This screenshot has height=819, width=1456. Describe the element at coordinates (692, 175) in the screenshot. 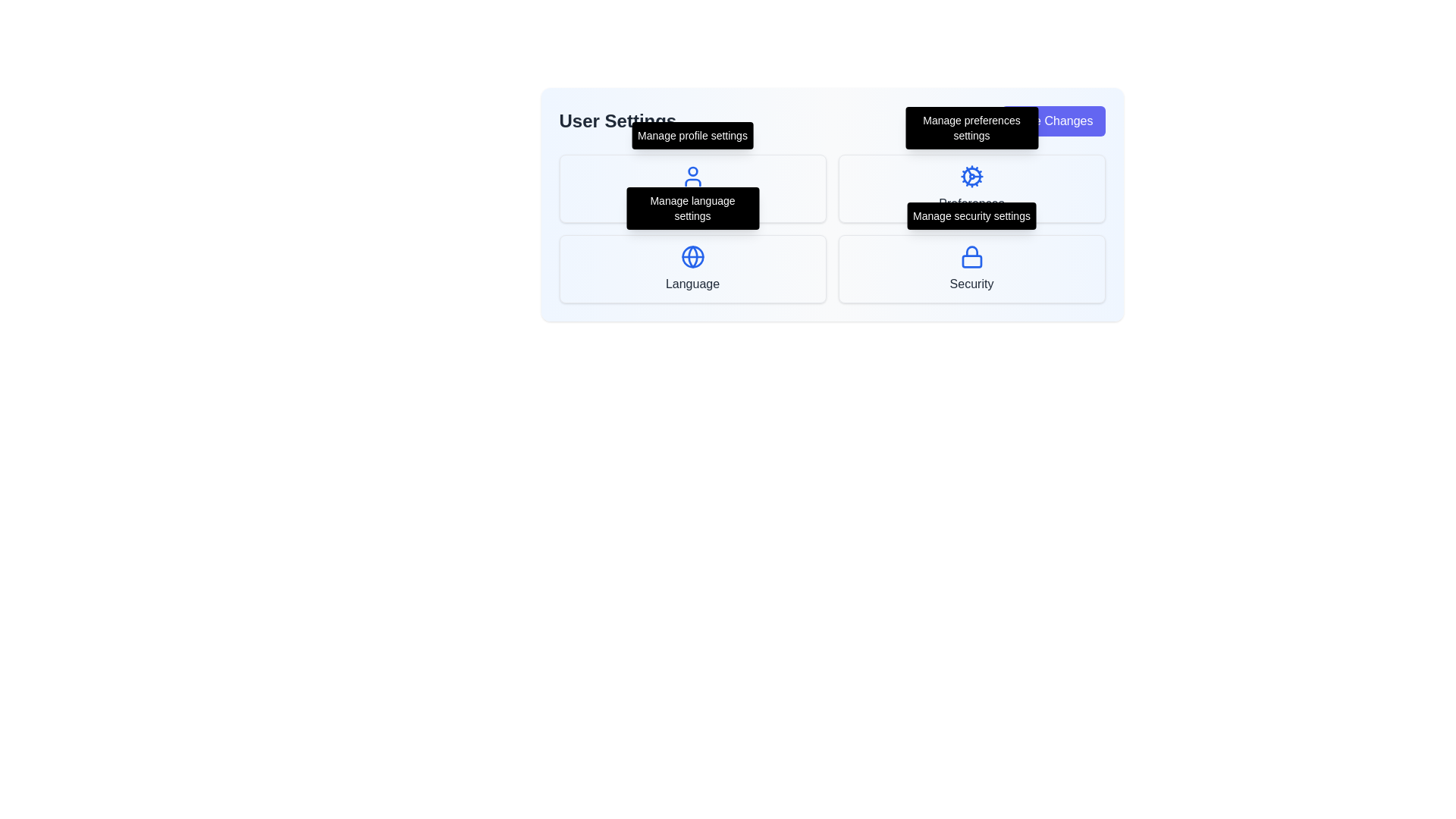

I see `the blue user silhouette icon located in the upper-left section of the grid layout above the 'Profile' text` at that location.